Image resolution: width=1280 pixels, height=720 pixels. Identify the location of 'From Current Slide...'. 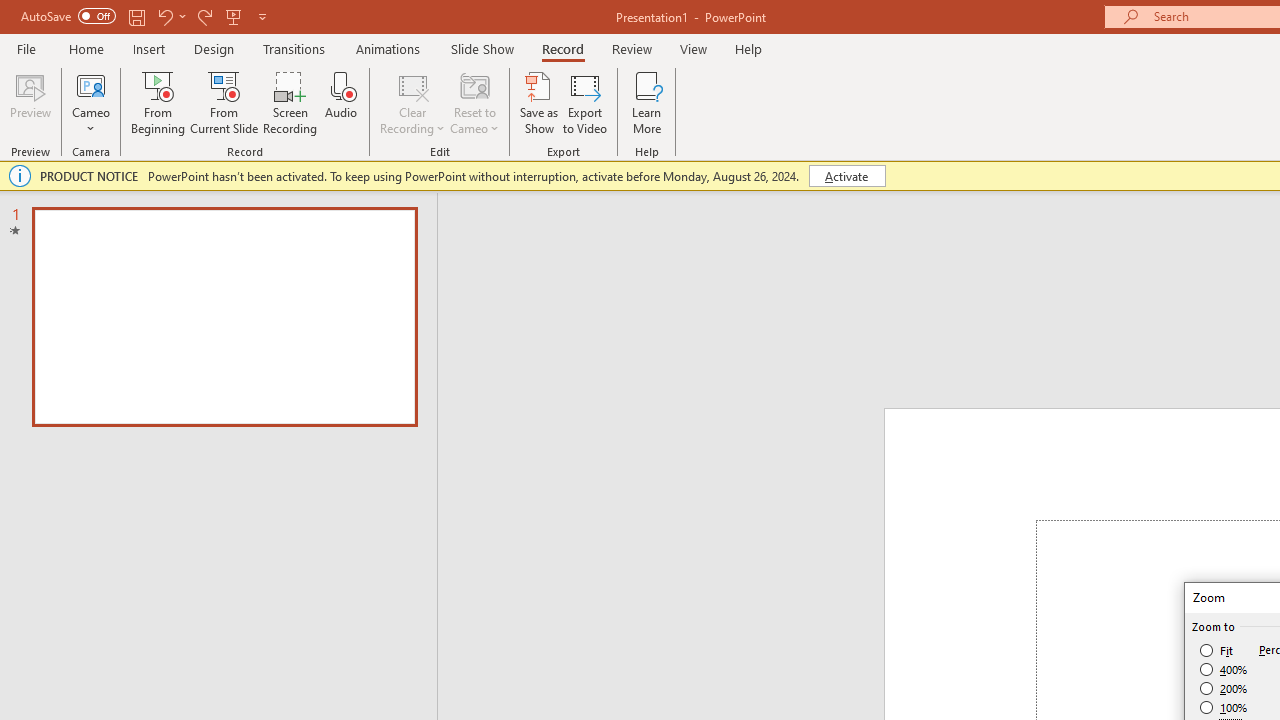
(224, 103).